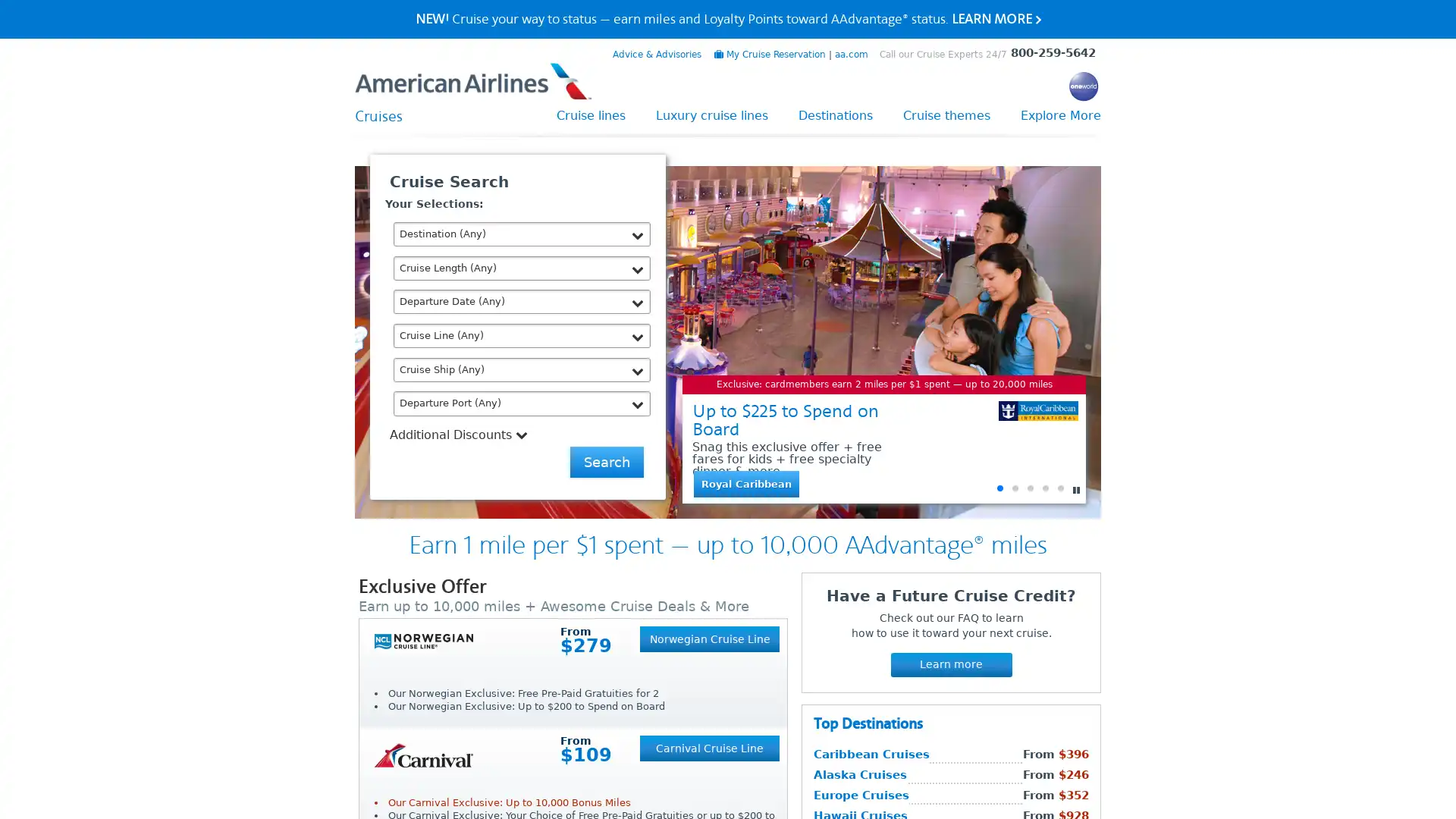 Image resolution: width=1456 pixels, height=819 pixels. I want to click on Pause, so click(1075, 489).